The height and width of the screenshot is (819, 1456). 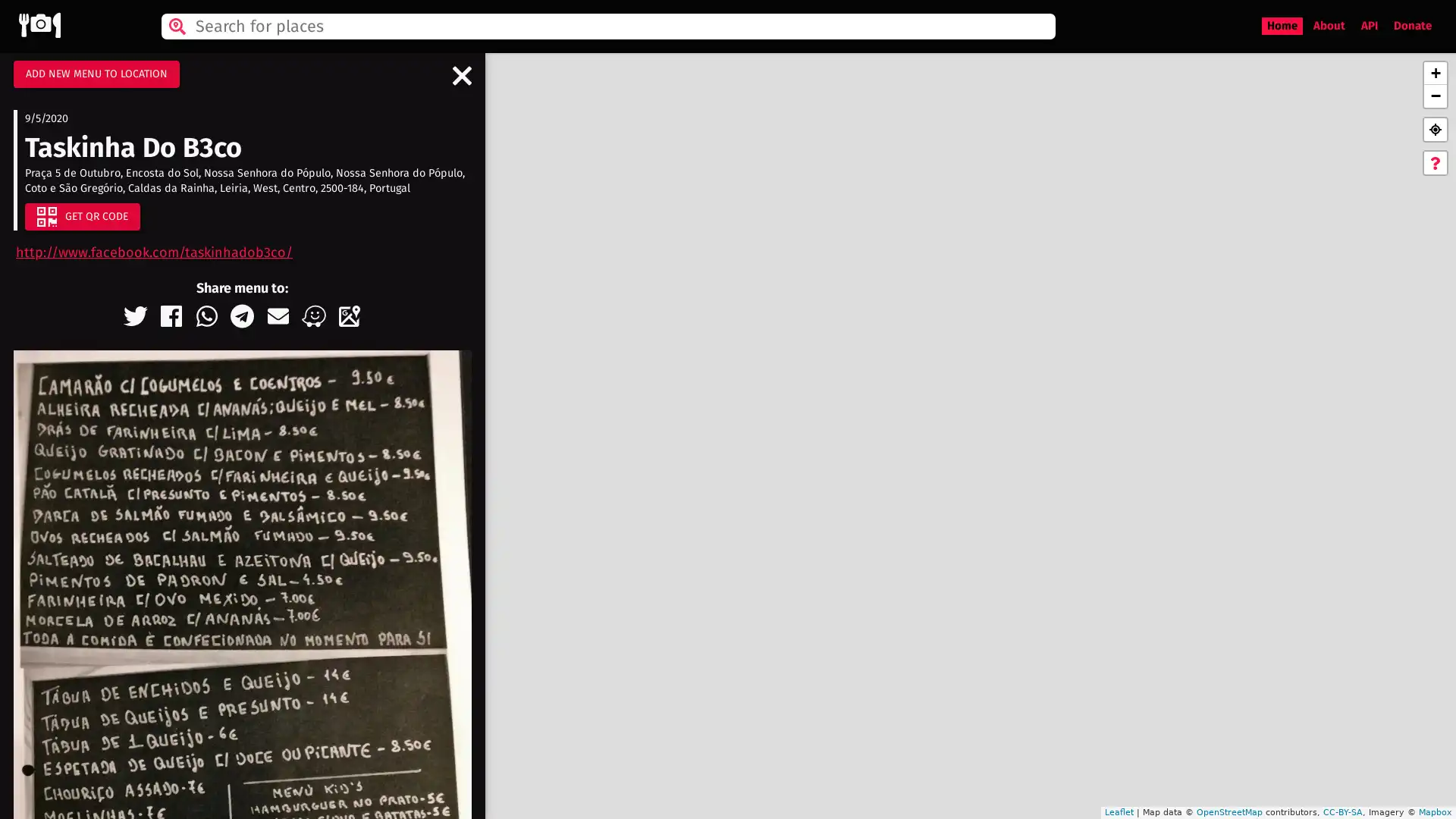 What do you see at coordinates (1434, 128) in the screenshot?
I see `GPS location` at bounding box center [1434, 128].